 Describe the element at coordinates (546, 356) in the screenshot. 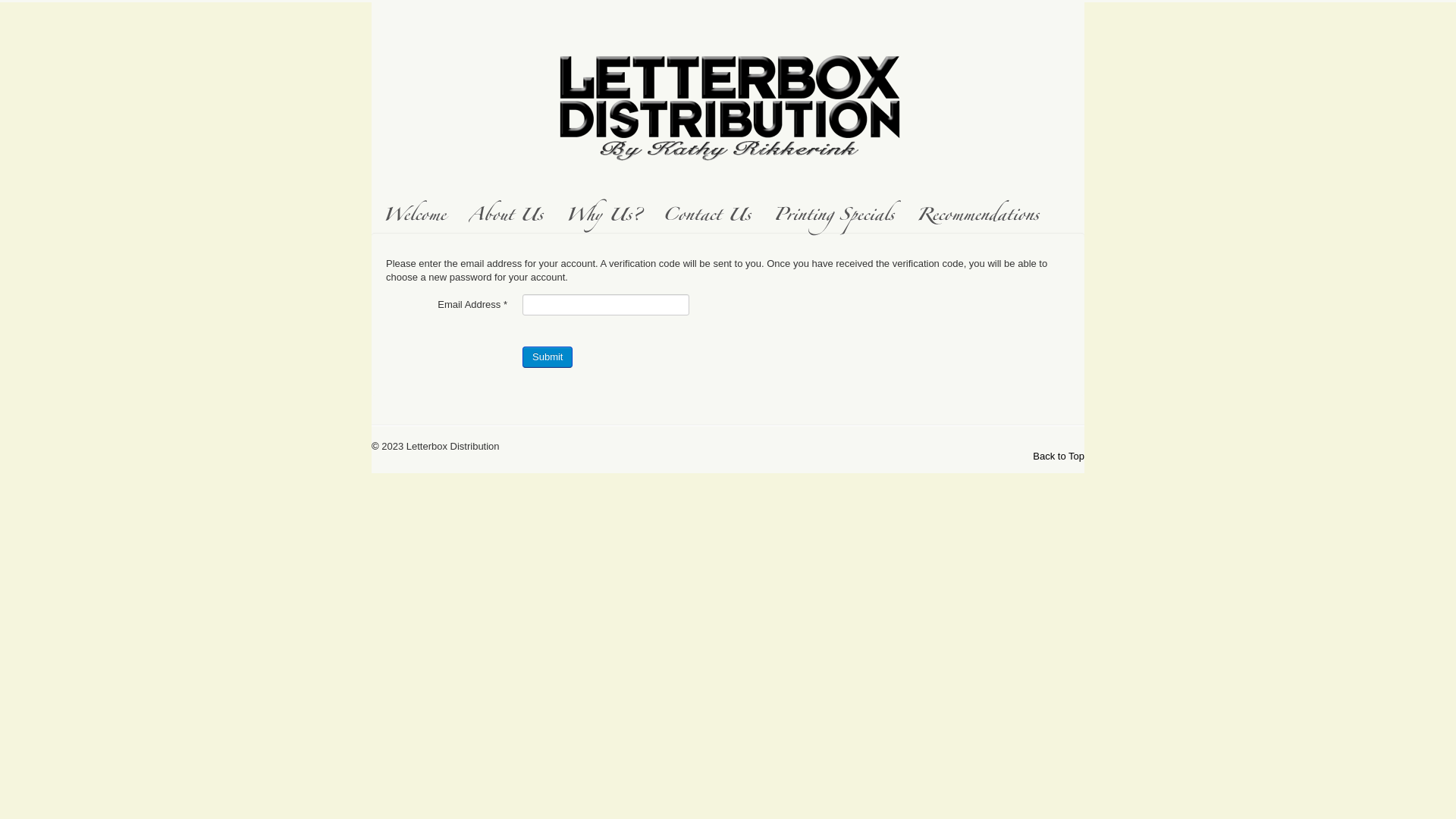

I see `'Submit'` at that location.